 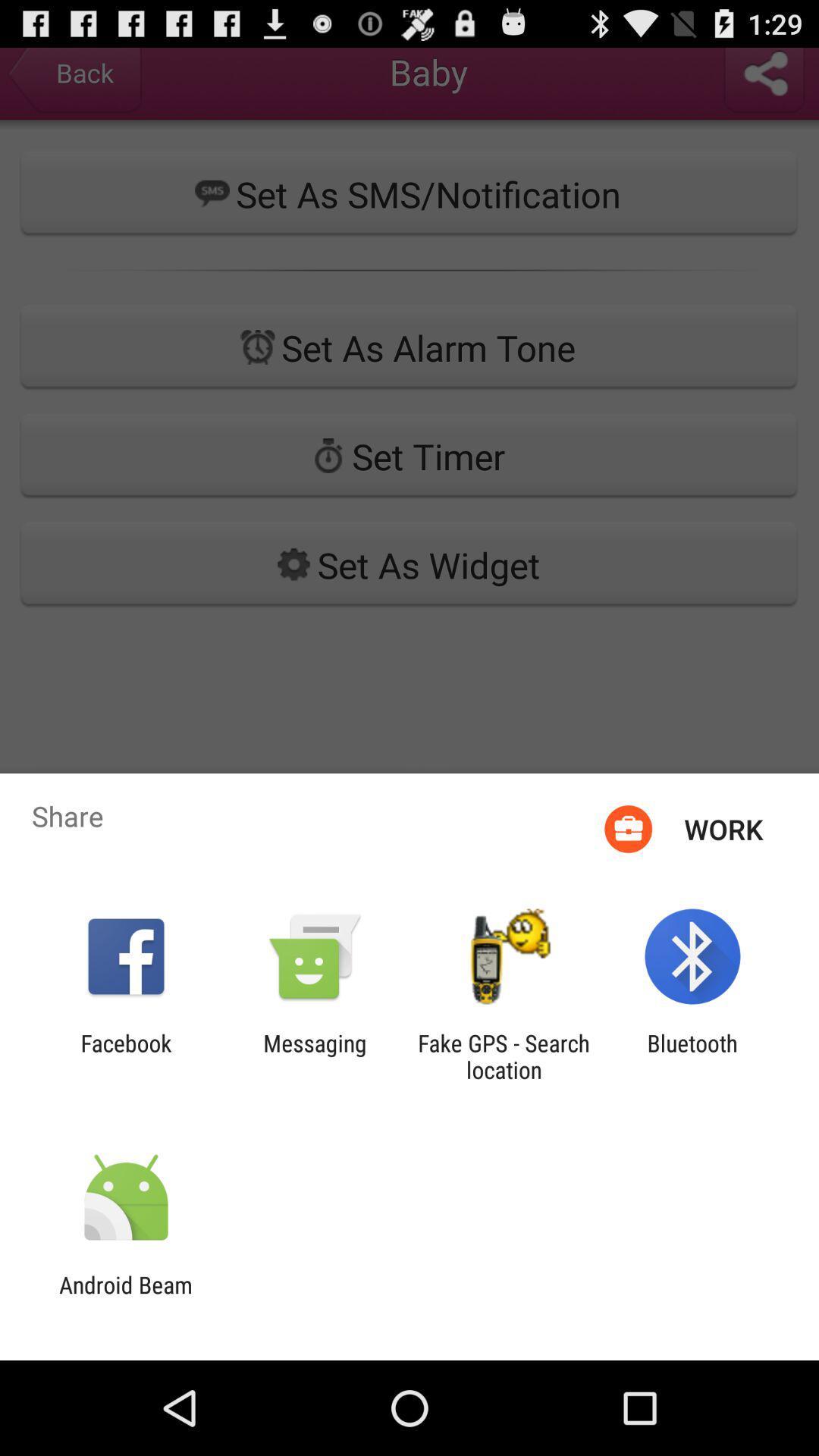 What do you see at coordinates (314, 1056) in the screenshot?
I see `the item next to the fake gps search` at bounding box center [314, 1056].